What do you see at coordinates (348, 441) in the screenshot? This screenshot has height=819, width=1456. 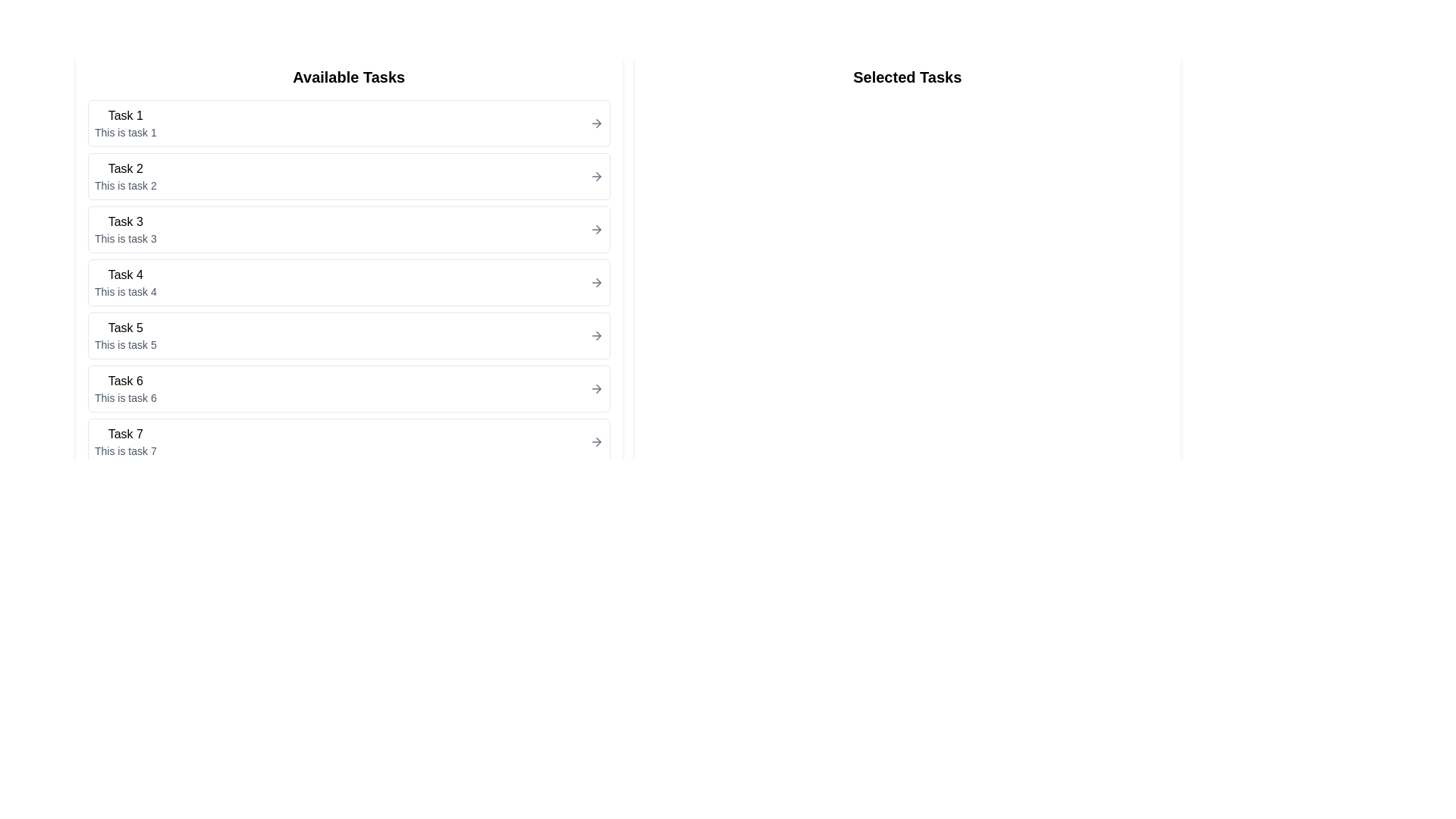 I see `the selectable task item for Task 7 in the Available Tasks list` at bounding box center [348, 441].